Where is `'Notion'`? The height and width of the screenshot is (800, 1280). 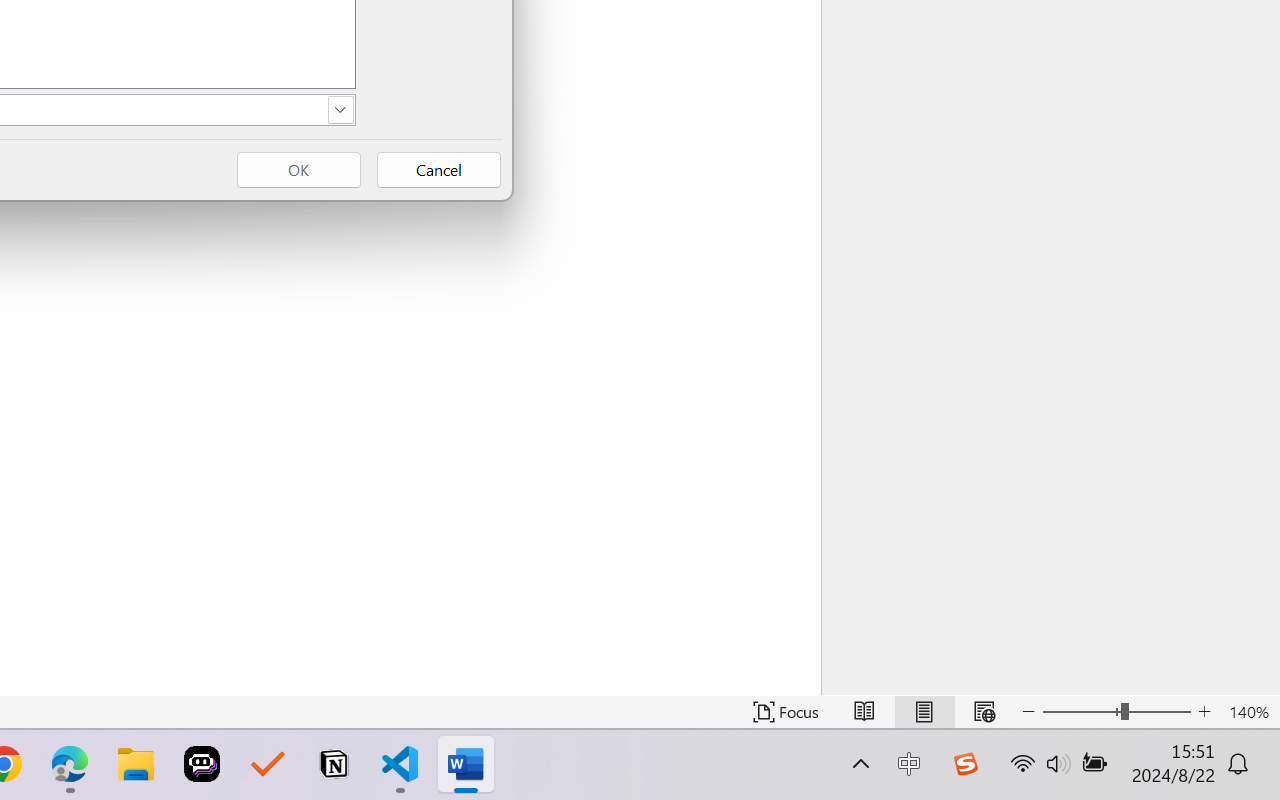 'Notion' is located at coordinates (334, 764).